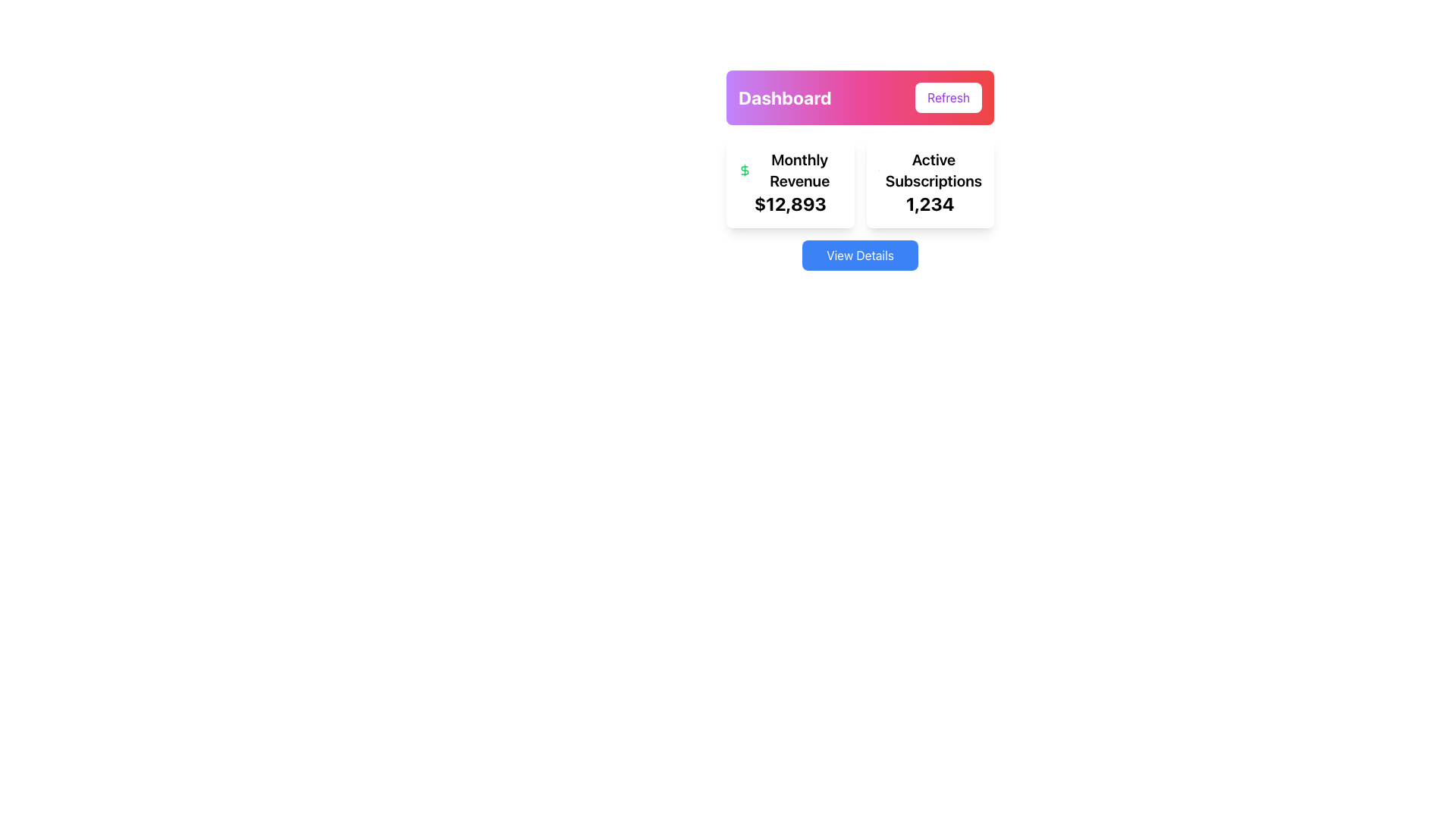 This screenshot has width=1456, height=819. What do you see at coordinates (799, 170) in the screenshot?
I see `the bold text label displaying 'Monthly Revenue', which is positioned below the '$' icon and above the value '$12,893' in the left half of the dashboard` at bounding box center [799, 170].